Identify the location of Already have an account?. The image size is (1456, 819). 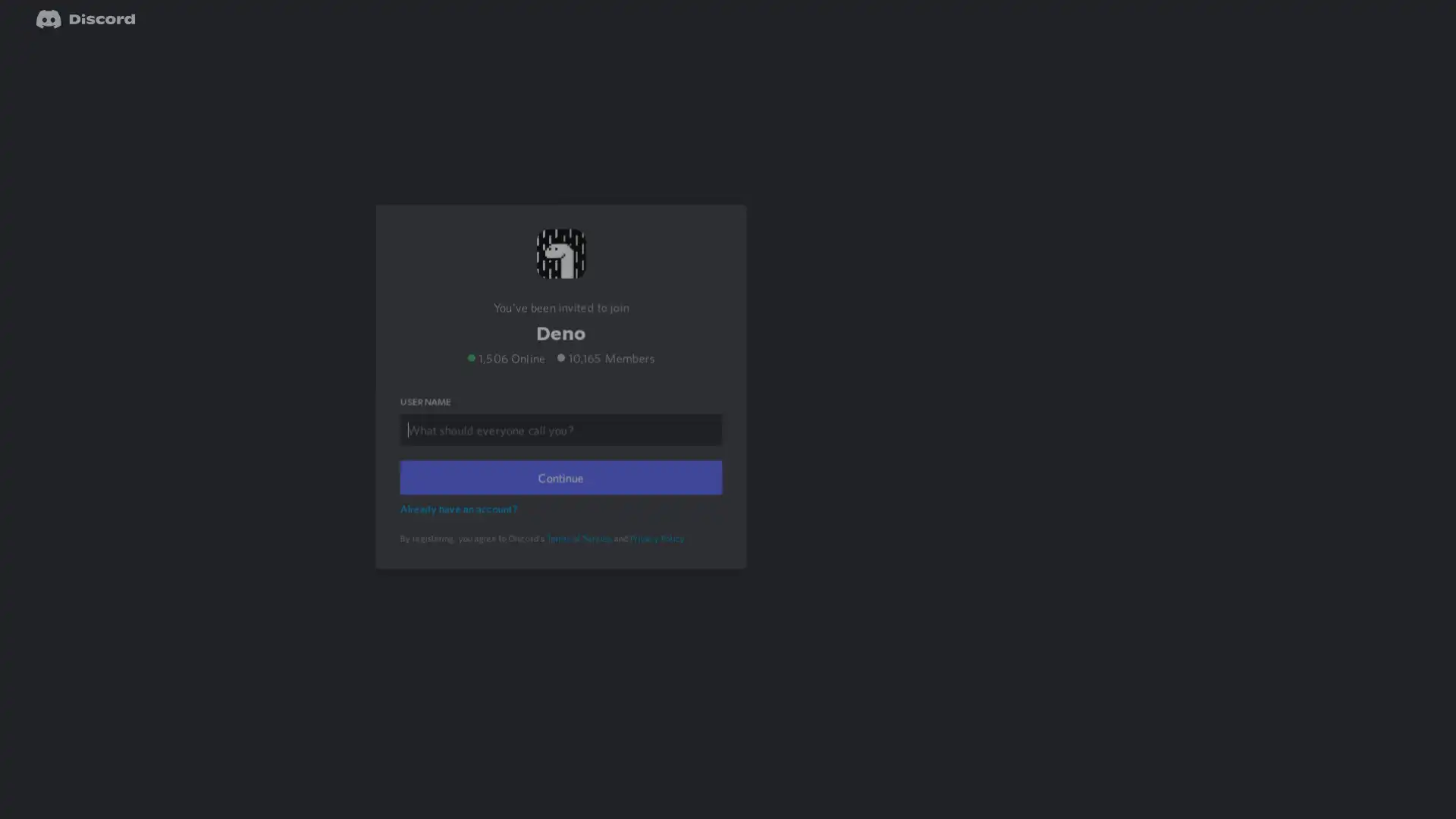
(460, 528).